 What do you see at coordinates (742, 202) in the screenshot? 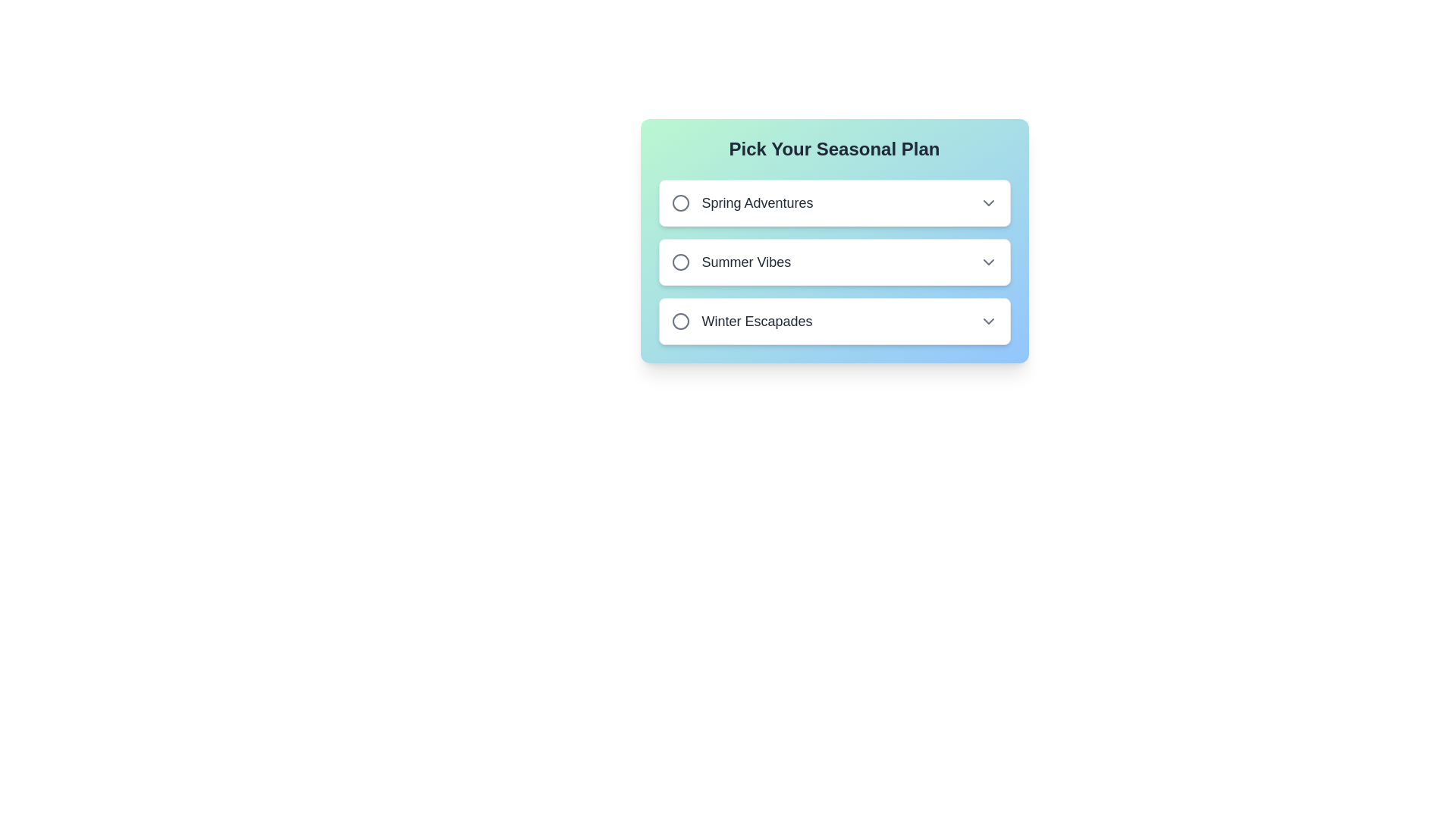
I see `the first option in the selection list labeled 'Spring Adventures'` at bounding box center [742, 202].